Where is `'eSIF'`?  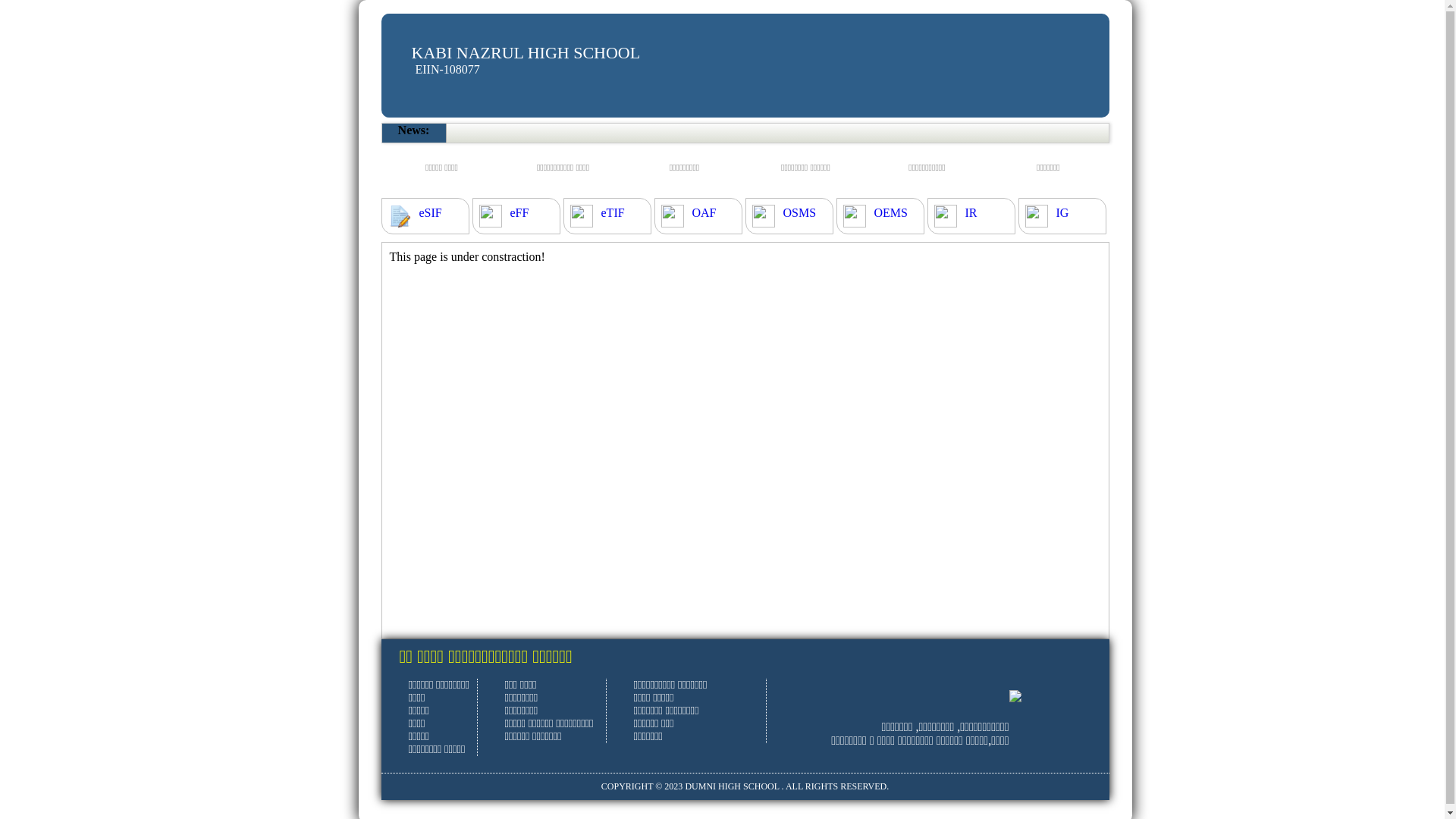
'eSIF' is located at coordinates (419, 213).